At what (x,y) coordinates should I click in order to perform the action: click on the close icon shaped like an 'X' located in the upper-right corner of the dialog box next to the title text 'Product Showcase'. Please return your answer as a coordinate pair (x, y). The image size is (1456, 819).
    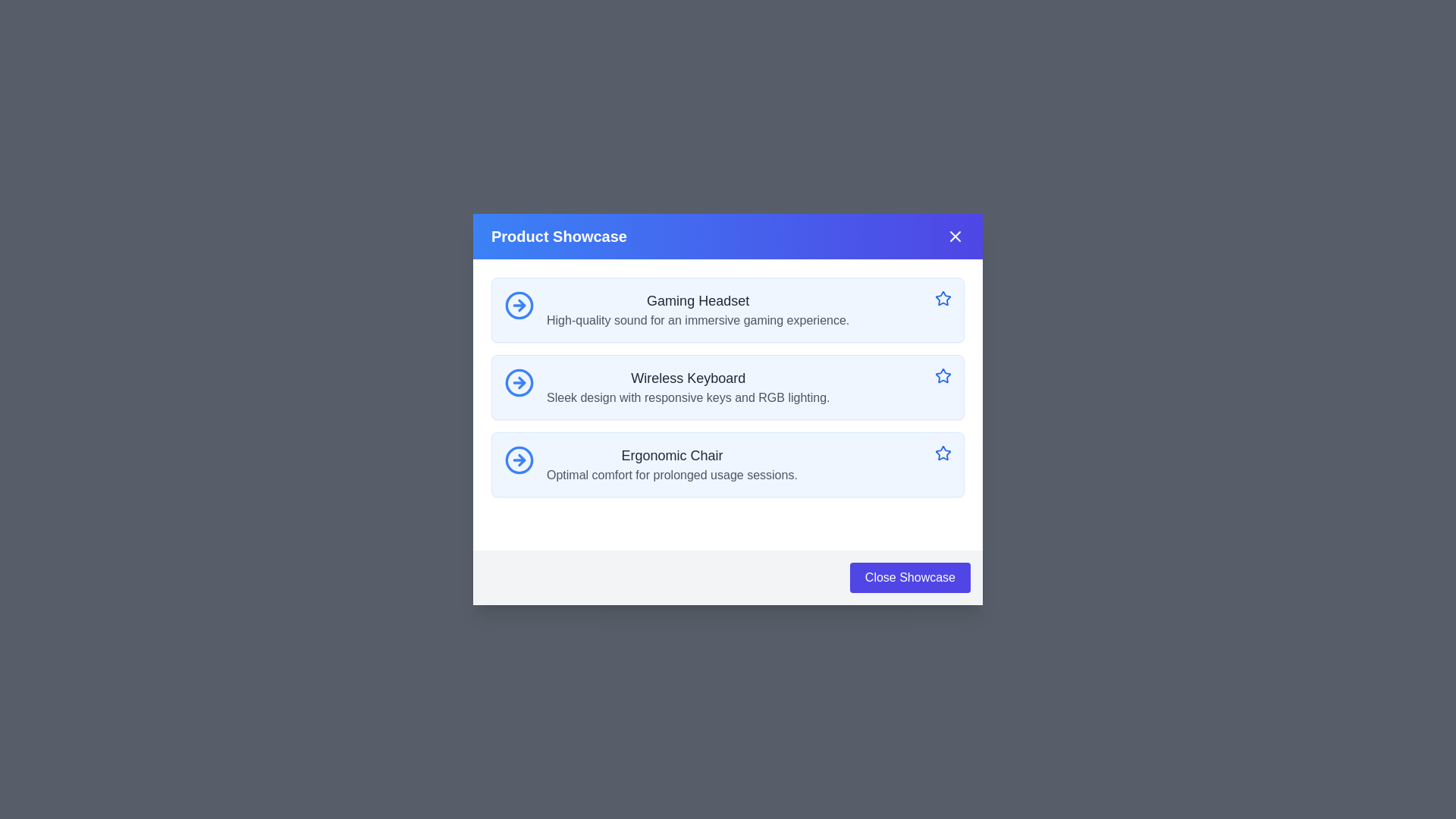
    Looking at the image, I should click on (954, 237).